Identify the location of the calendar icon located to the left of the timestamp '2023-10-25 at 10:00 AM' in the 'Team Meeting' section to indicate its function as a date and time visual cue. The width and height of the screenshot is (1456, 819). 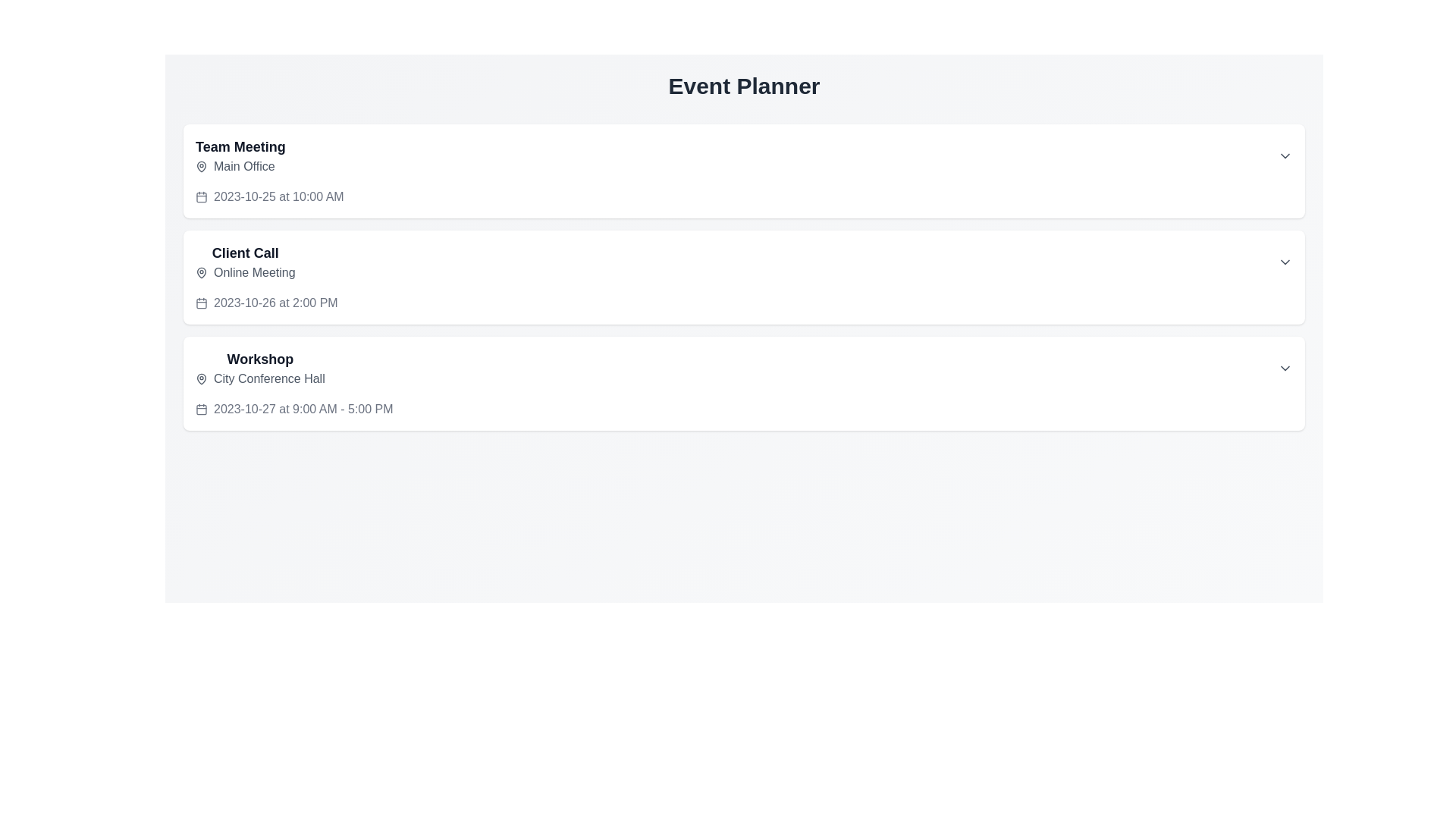
(200, 196).